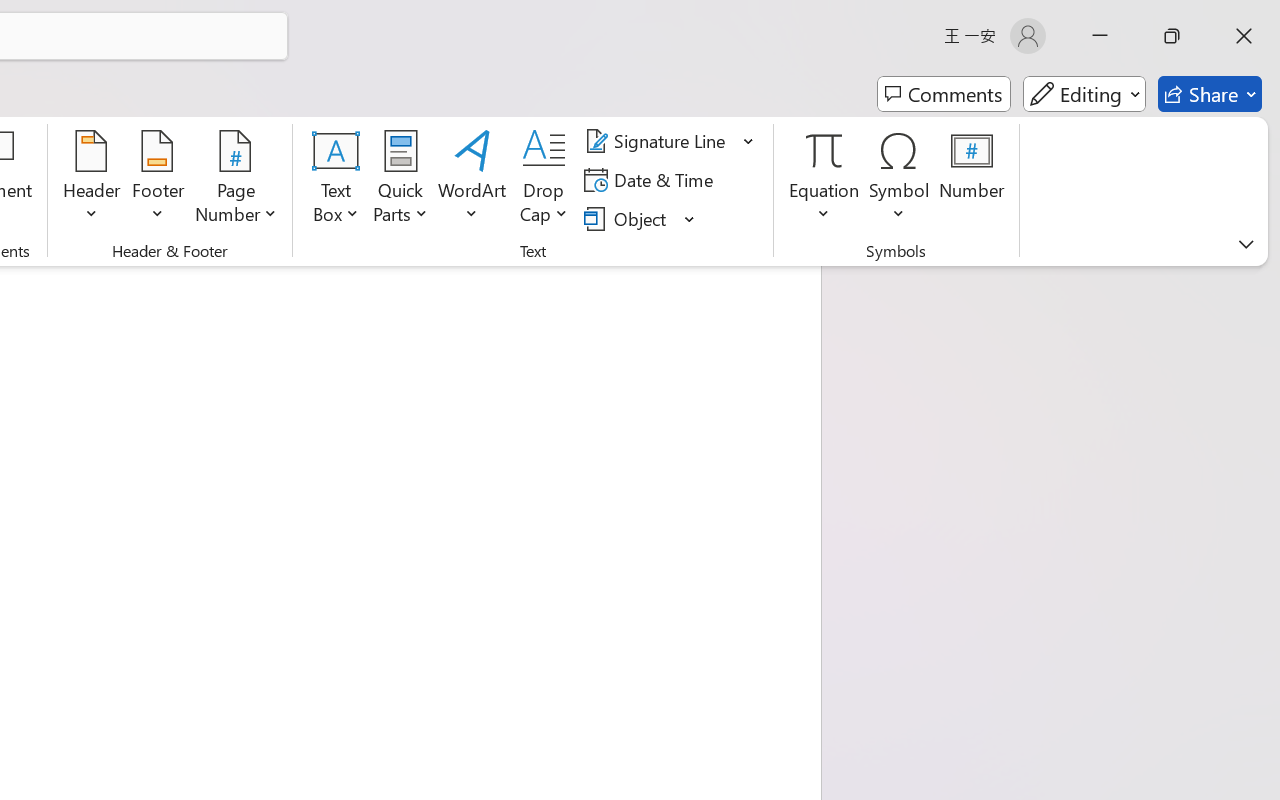 The image size is (1280, 800). Describe the element at coordinates (1172, 35) in the screenshot. I see `'Restore Down'` at that location.